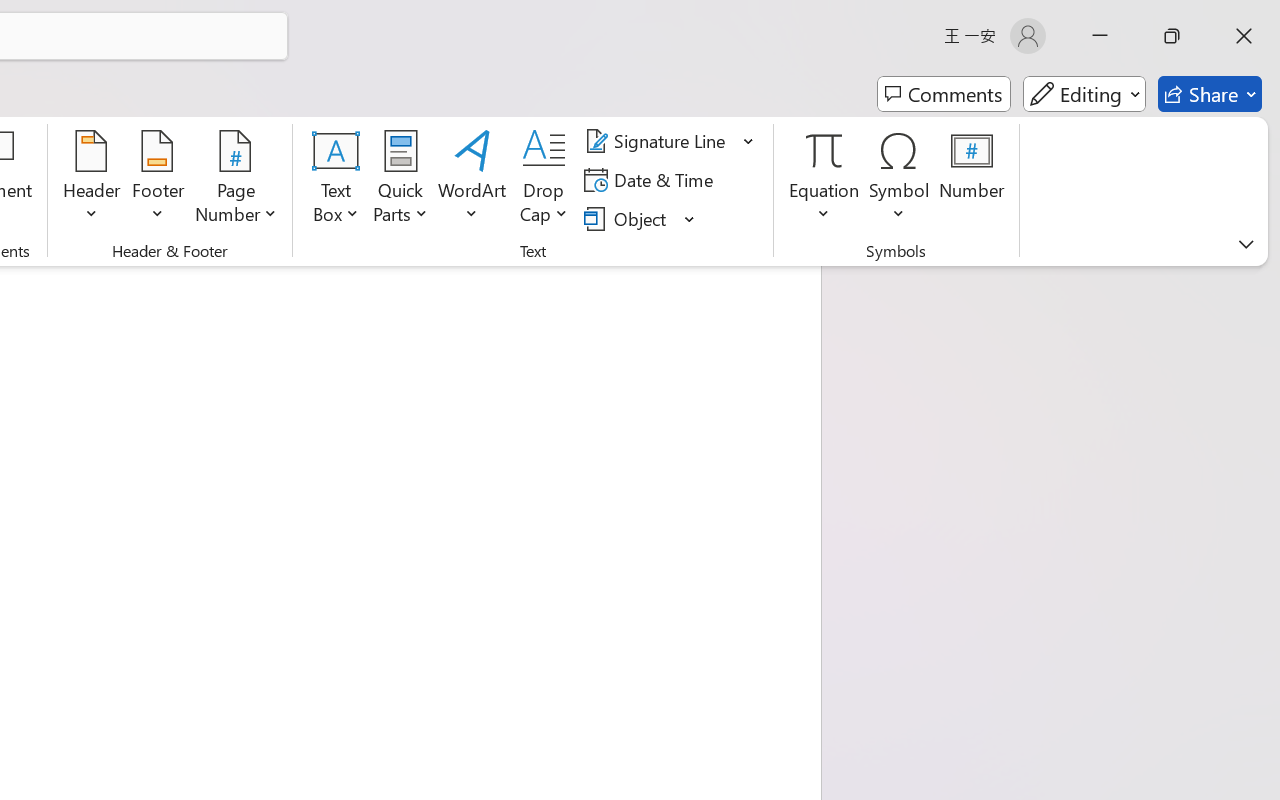 The image size is (1280, 800). Describe the element at coordinates (1172, 35) in the screenshot. I see `'Restore Down'` at that location.